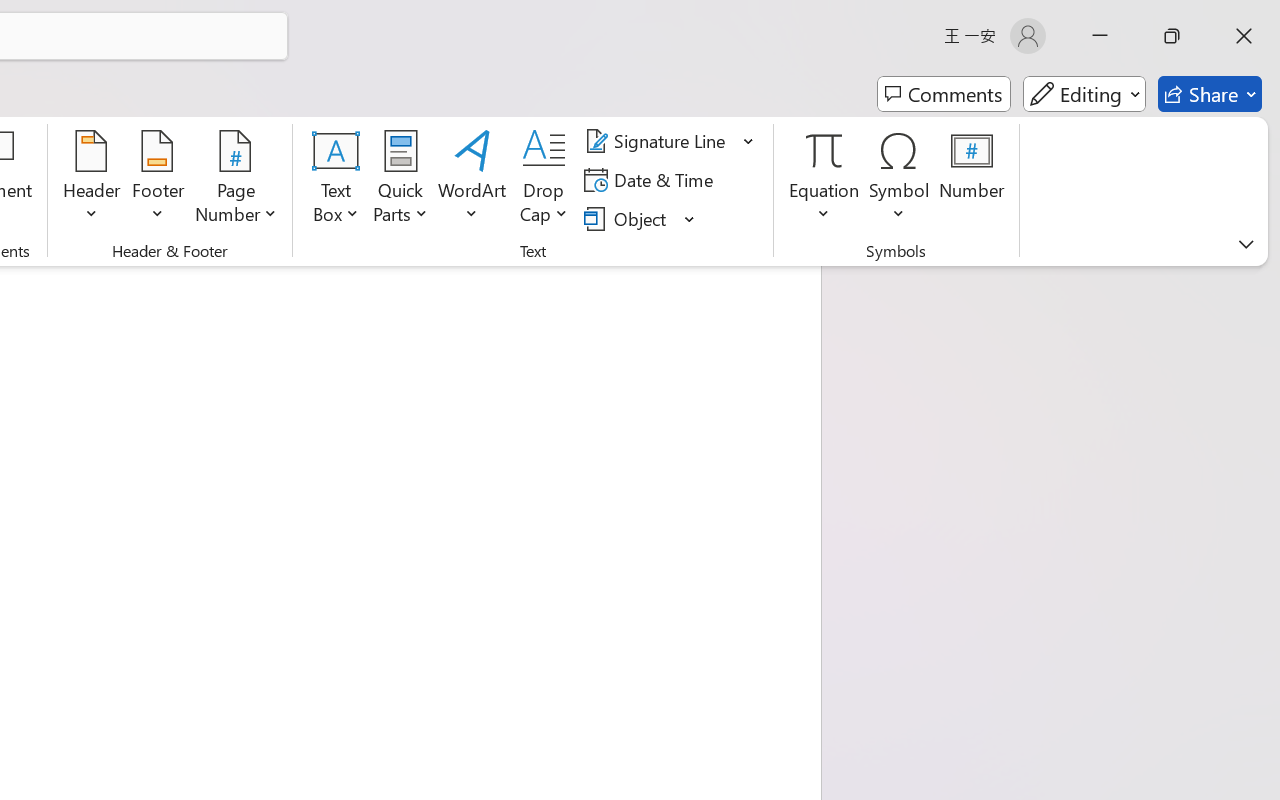 The image size is (1280, 800). Describe the element at coordinates (1172, 35) in the screenshot. I see `'Restore Down'` at that location.